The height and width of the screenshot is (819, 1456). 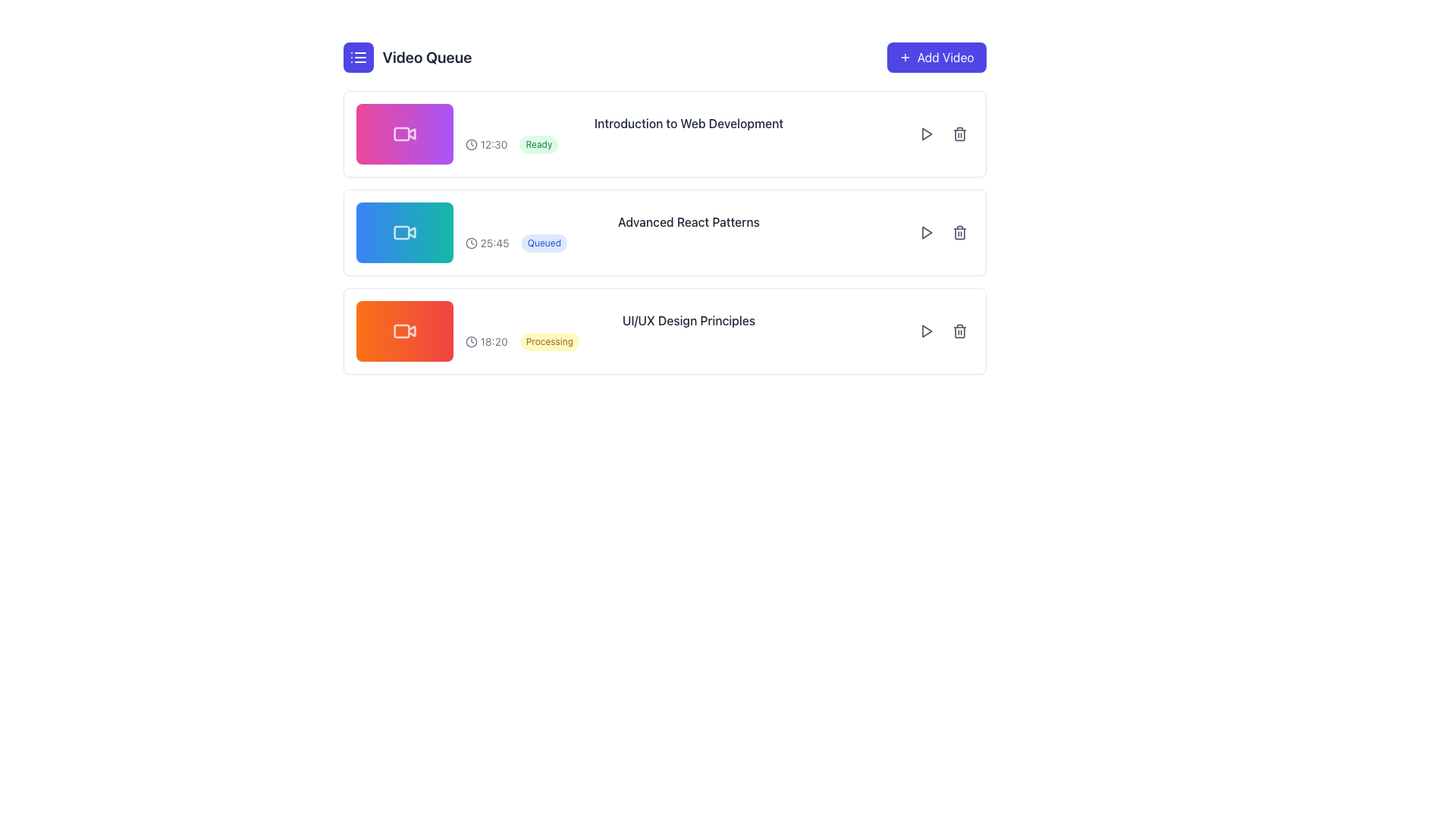 I want to click on the decorative element with a gradient background featuring a video camera icon, located in the left section of the first video entry titled 'Introduction to Web Development', so click(x=404, y=133).